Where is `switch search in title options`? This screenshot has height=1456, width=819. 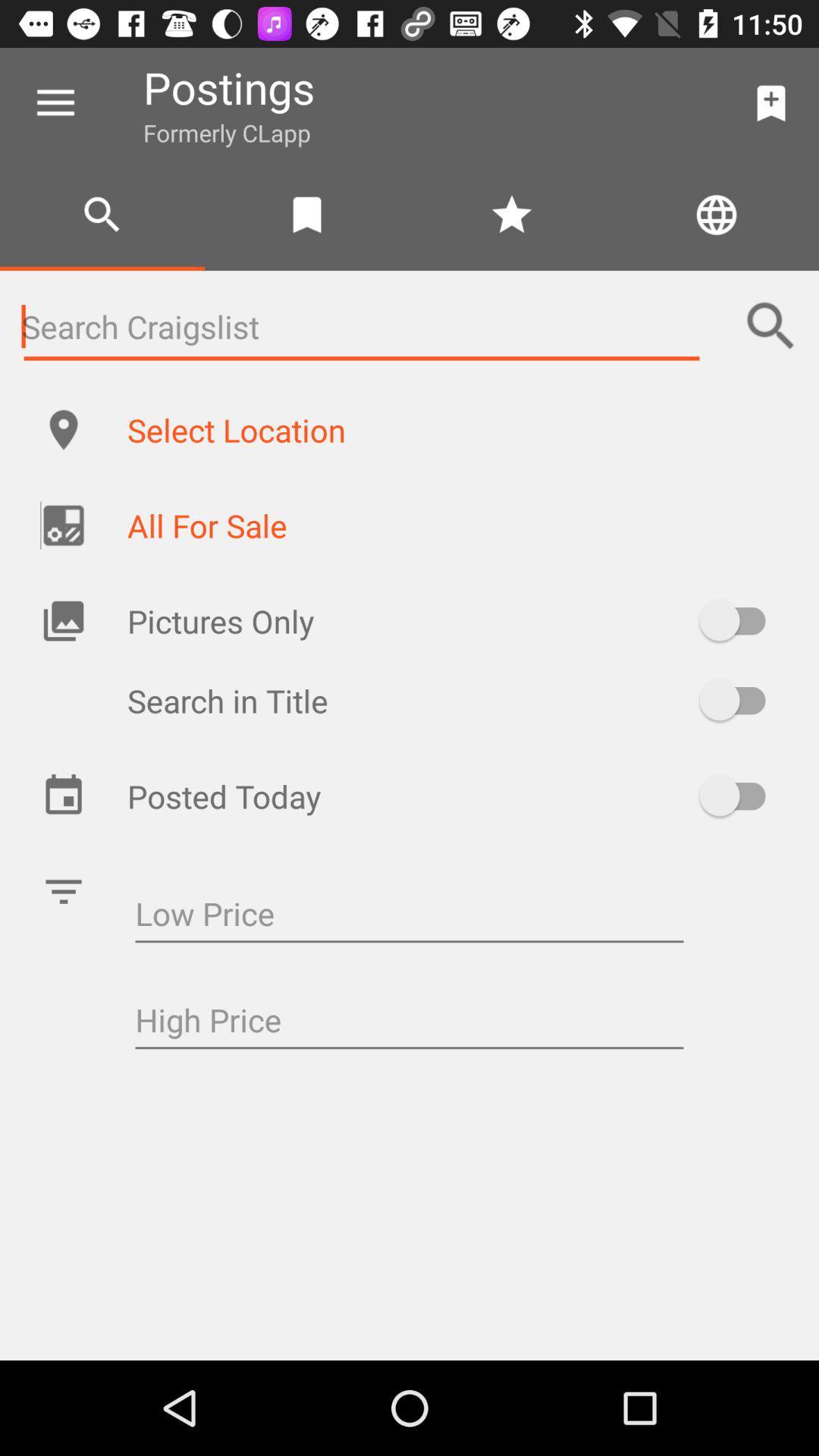
switch search in title options is located at coordinates (739, 699).